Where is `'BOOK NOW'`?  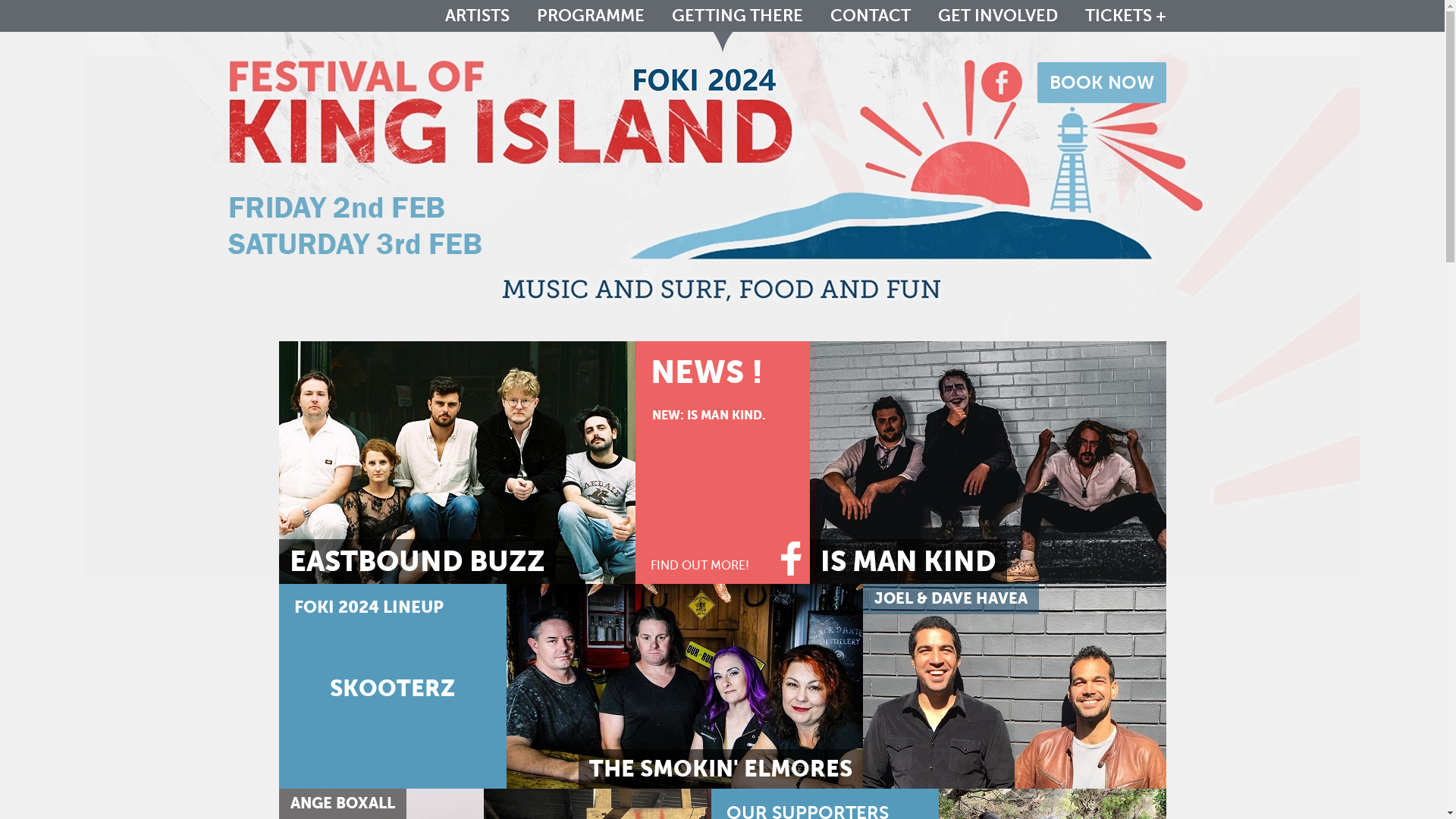 'BOOK NOW' is located at coordinates (1102, 82).